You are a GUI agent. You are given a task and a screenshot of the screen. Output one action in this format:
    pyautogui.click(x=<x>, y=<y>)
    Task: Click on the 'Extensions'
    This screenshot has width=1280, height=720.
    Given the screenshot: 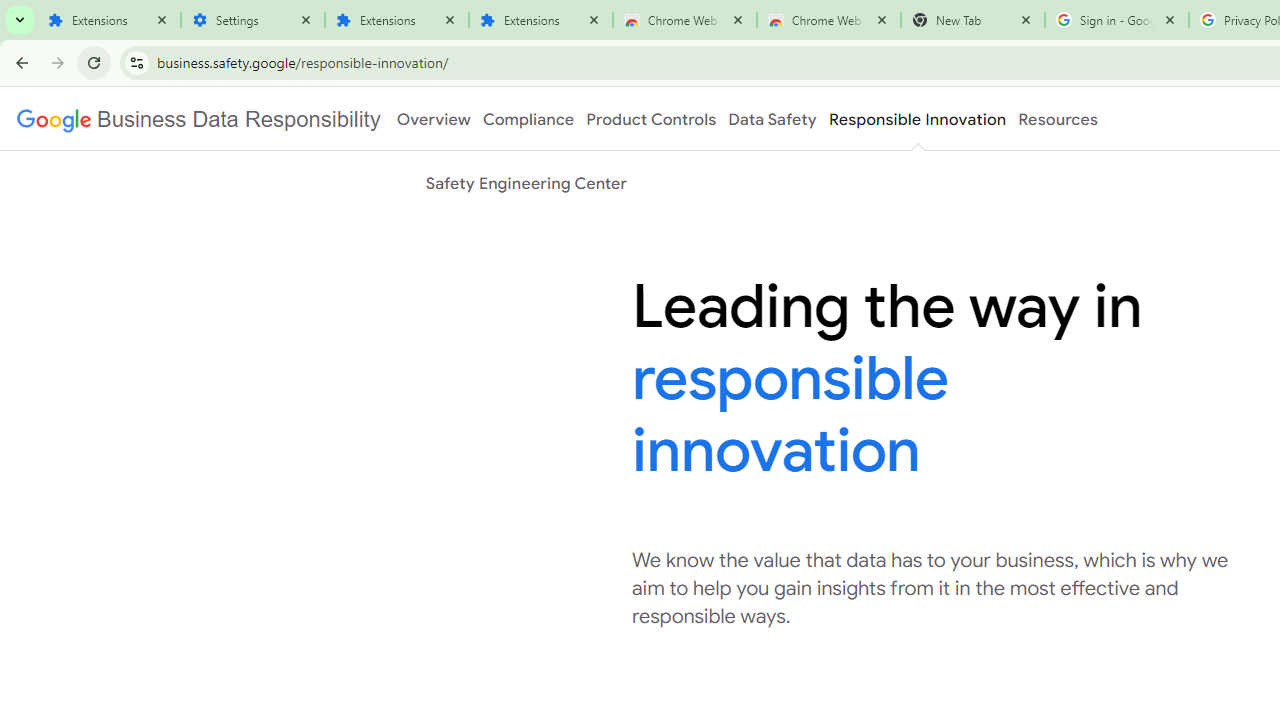 What is the action you would take?
    pyautogui.click(x=540, y=20)
    